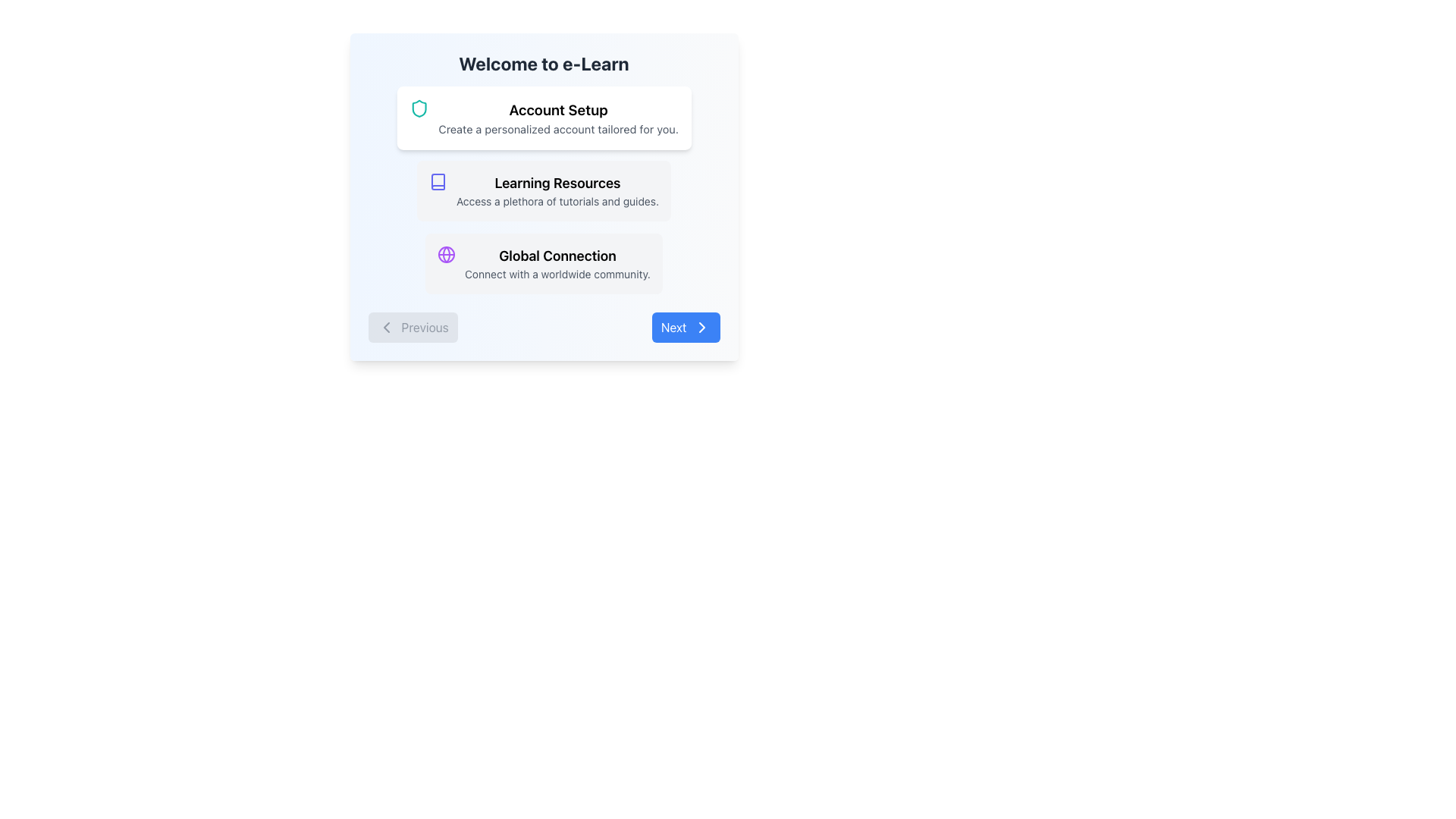  I want to click on the central curved line of the purple globe icon associated with 'Global Connection' located to the left of the menu entry, so click(446, 253).